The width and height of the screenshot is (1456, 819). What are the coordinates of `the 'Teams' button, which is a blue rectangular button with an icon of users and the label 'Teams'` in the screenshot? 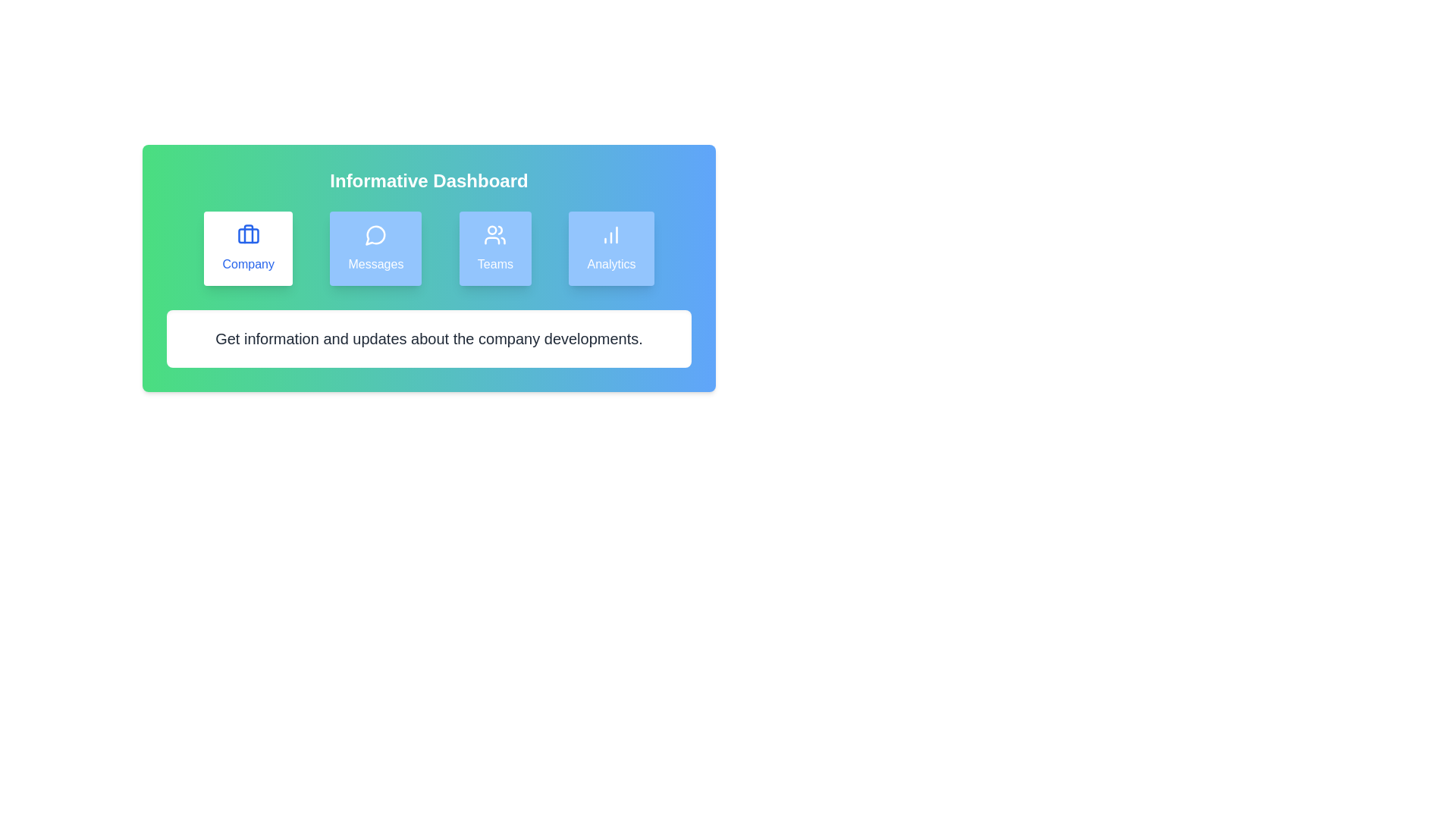 It's located at (495, 247).